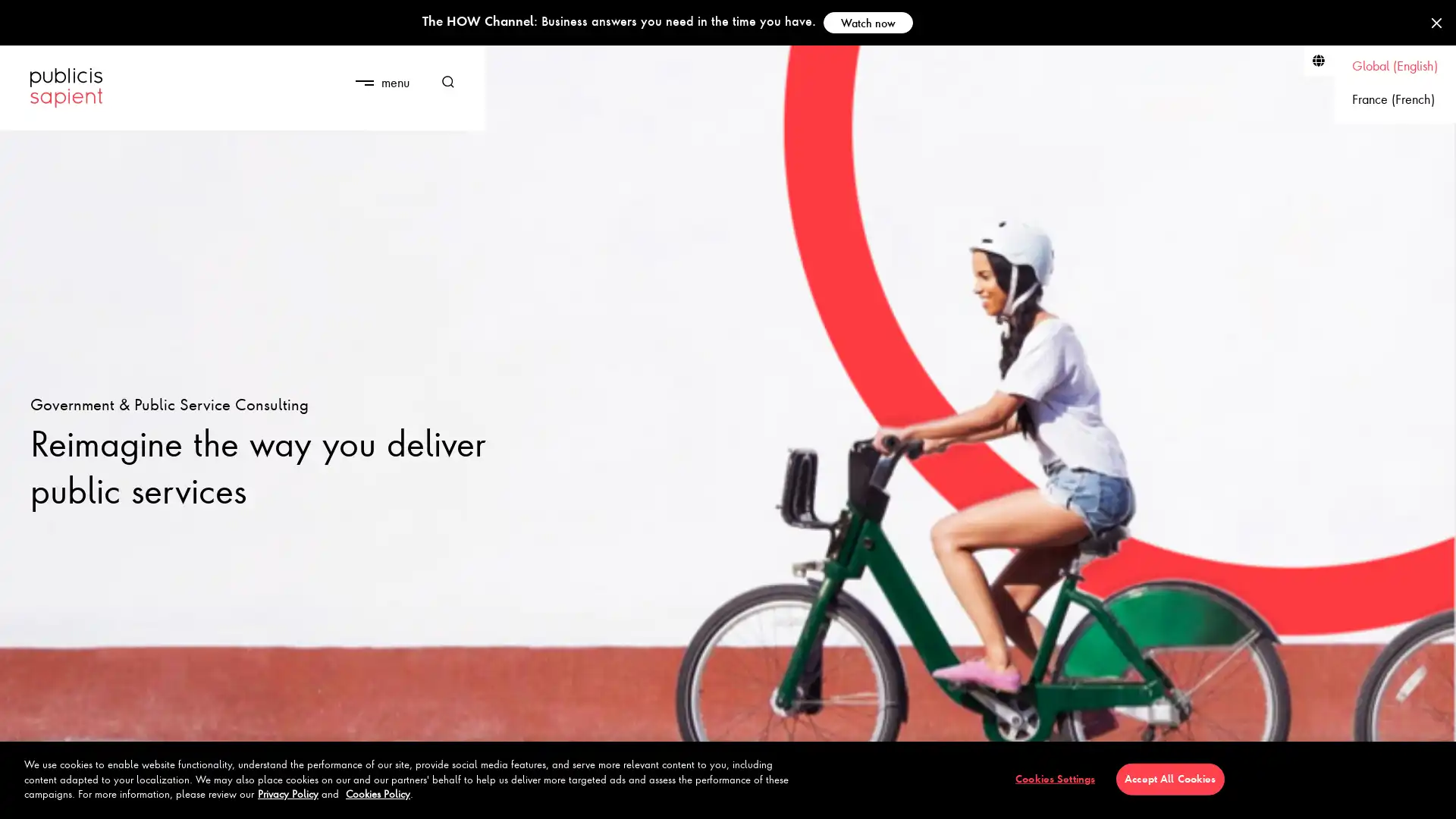  I want to click on menu, so click(381, 82).